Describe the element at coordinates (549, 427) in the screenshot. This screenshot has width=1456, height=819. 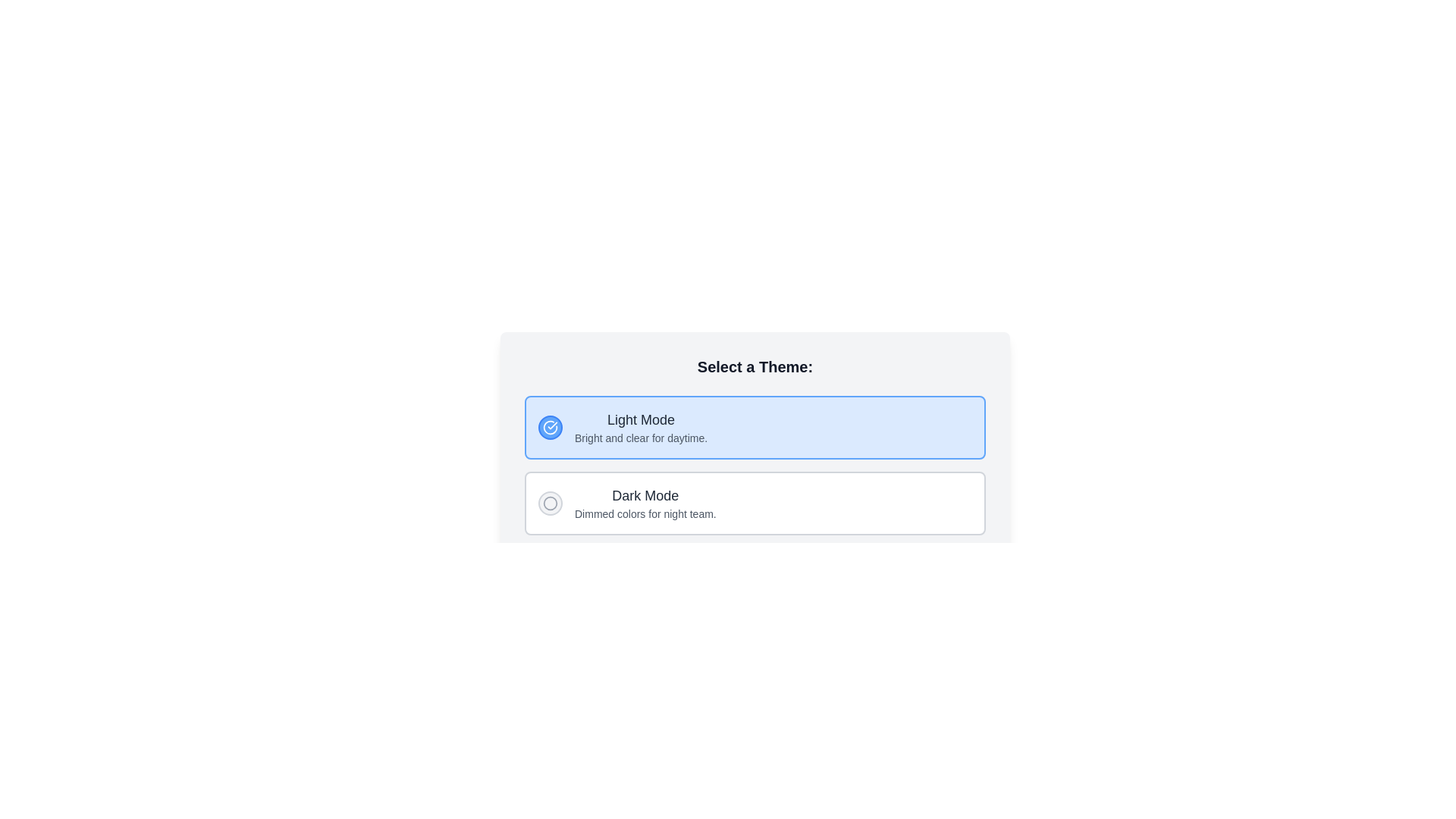
I see `the selection indicator for the 'Light Mode' option, which is currently active, located on the left side of the 'Light Mode' text in the theme selection menu` at that location.